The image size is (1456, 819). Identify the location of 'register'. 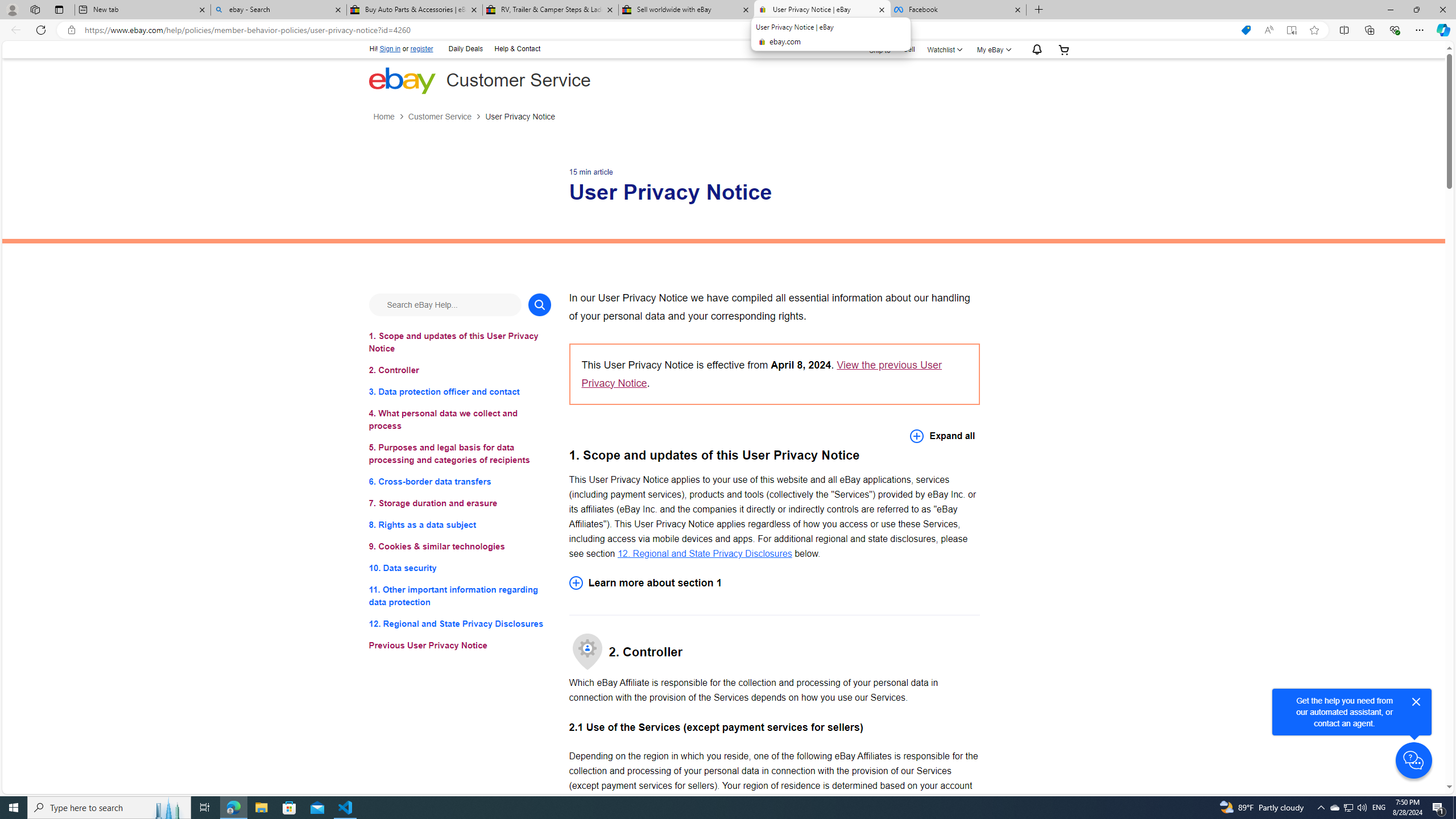
(421, 48).